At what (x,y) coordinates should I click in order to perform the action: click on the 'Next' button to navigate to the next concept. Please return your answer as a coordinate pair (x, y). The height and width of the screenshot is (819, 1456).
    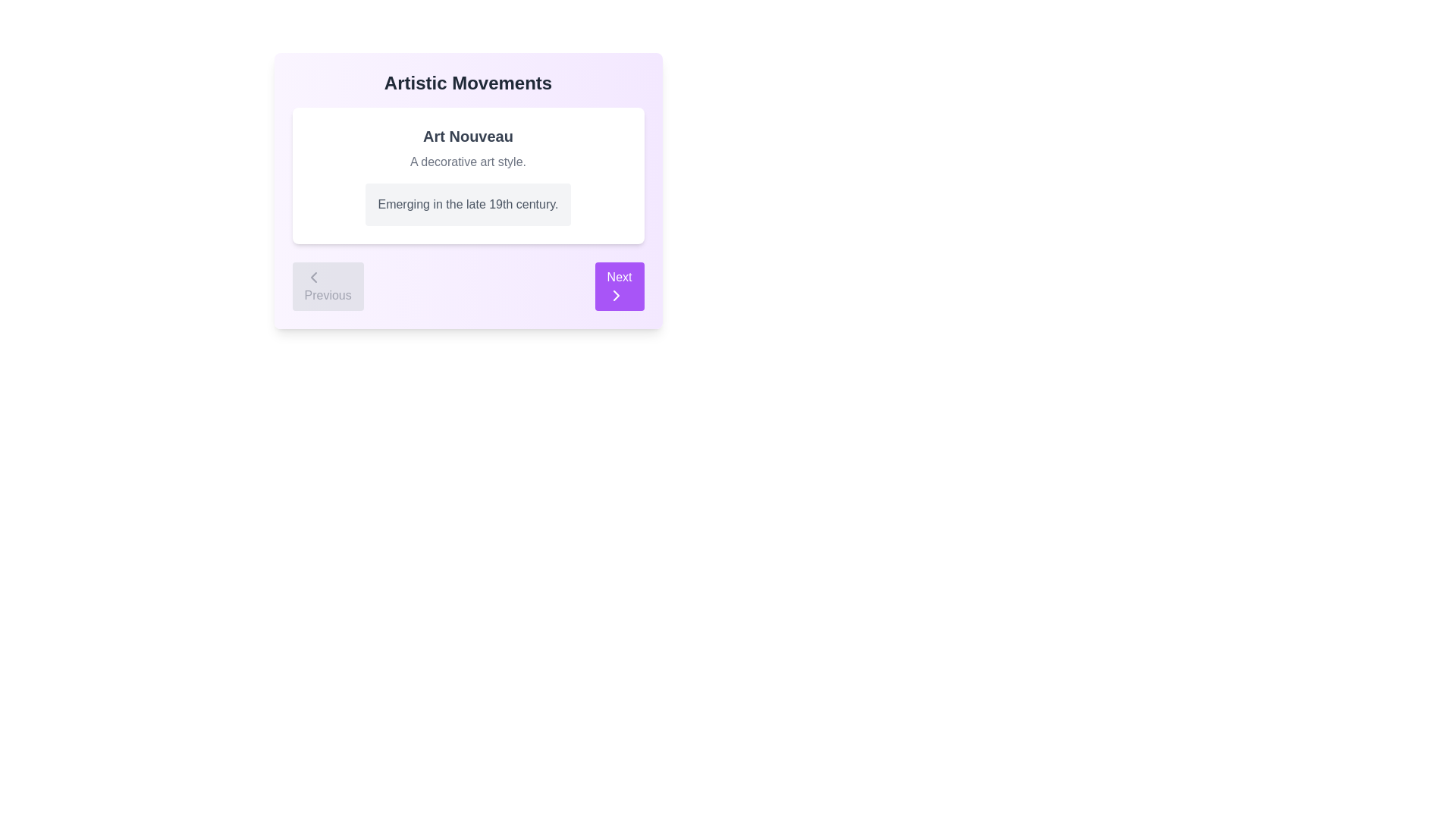
    Looking at the image, I should click on (619, 287).